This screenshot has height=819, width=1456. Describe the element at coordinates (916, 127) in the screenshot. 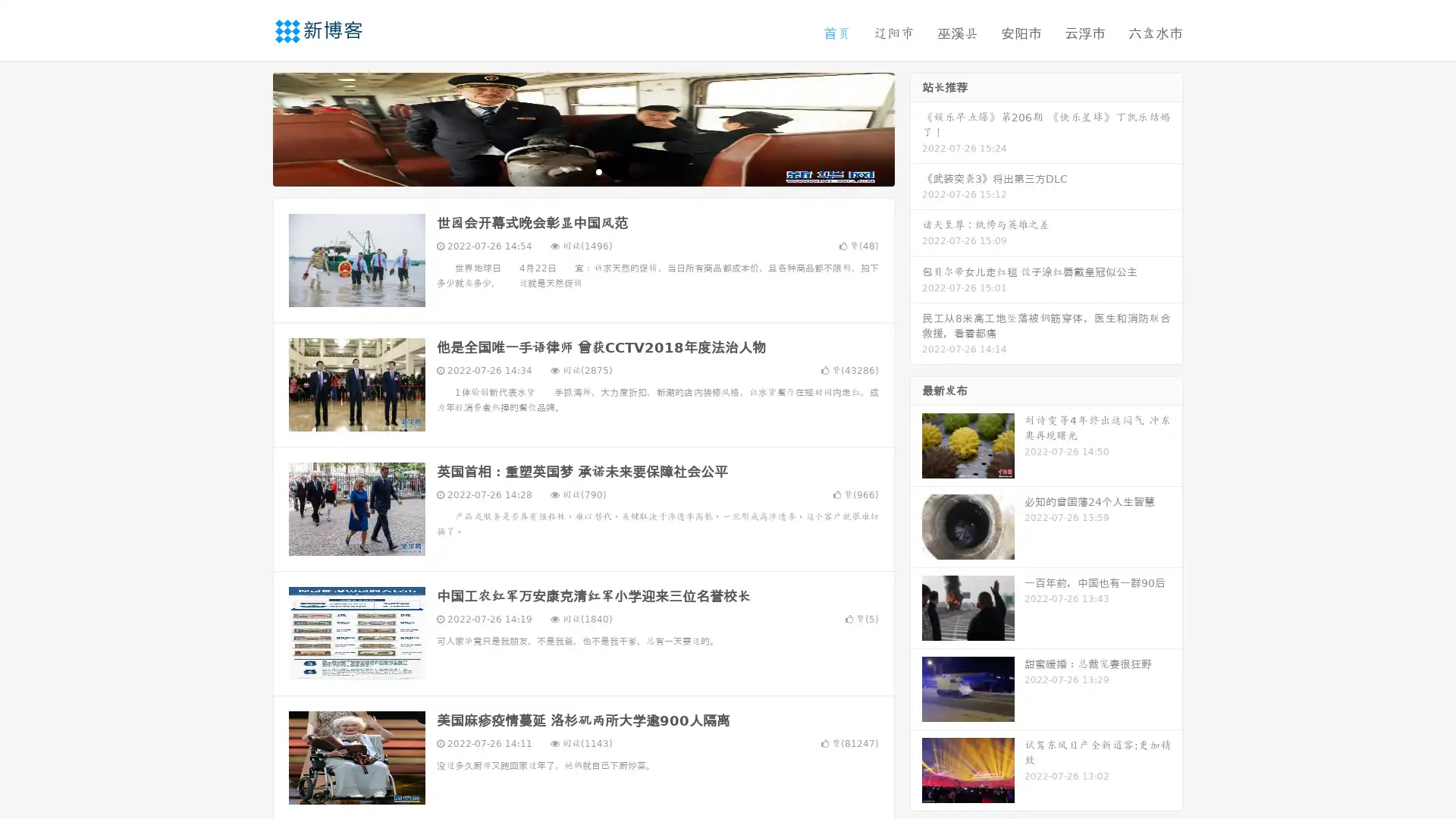

I see `Next slide` at that location.